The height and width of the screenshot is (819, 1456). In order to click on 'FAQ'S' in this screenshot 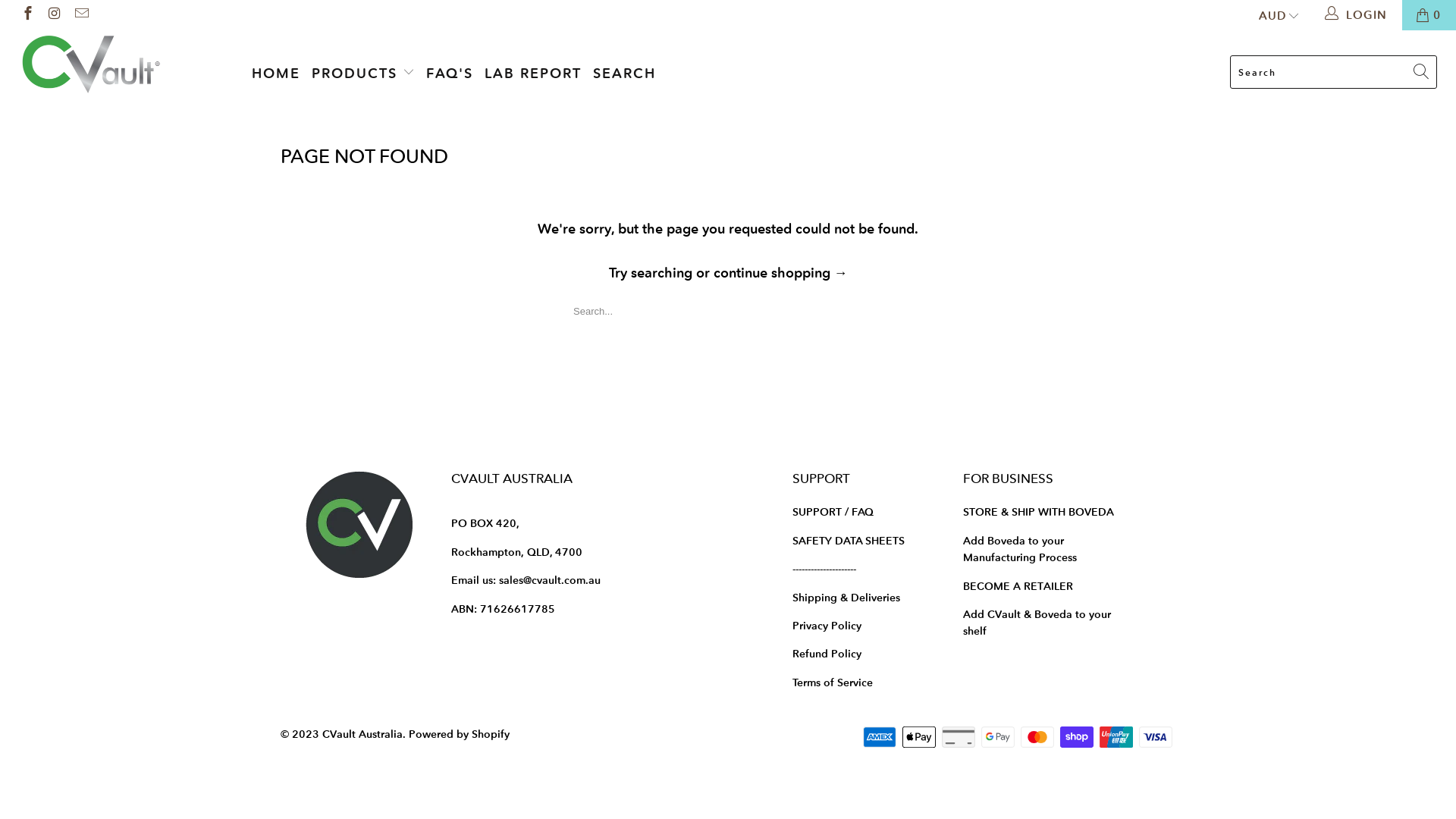, I will do `click(449, 73)`.